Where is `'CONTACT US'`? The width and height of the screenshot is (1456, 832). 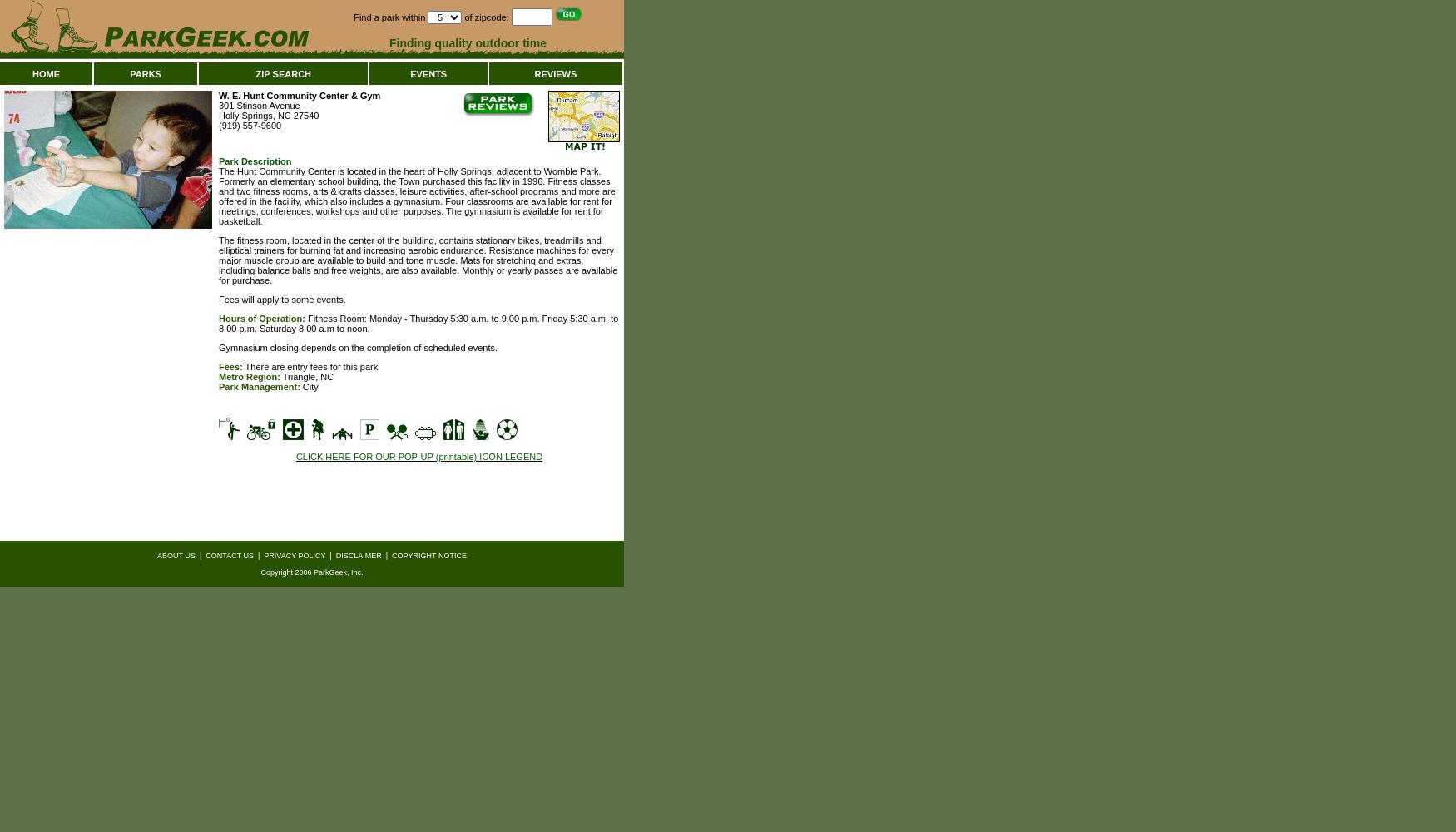
'CONTACT US' is located at coordinates (228, 555).